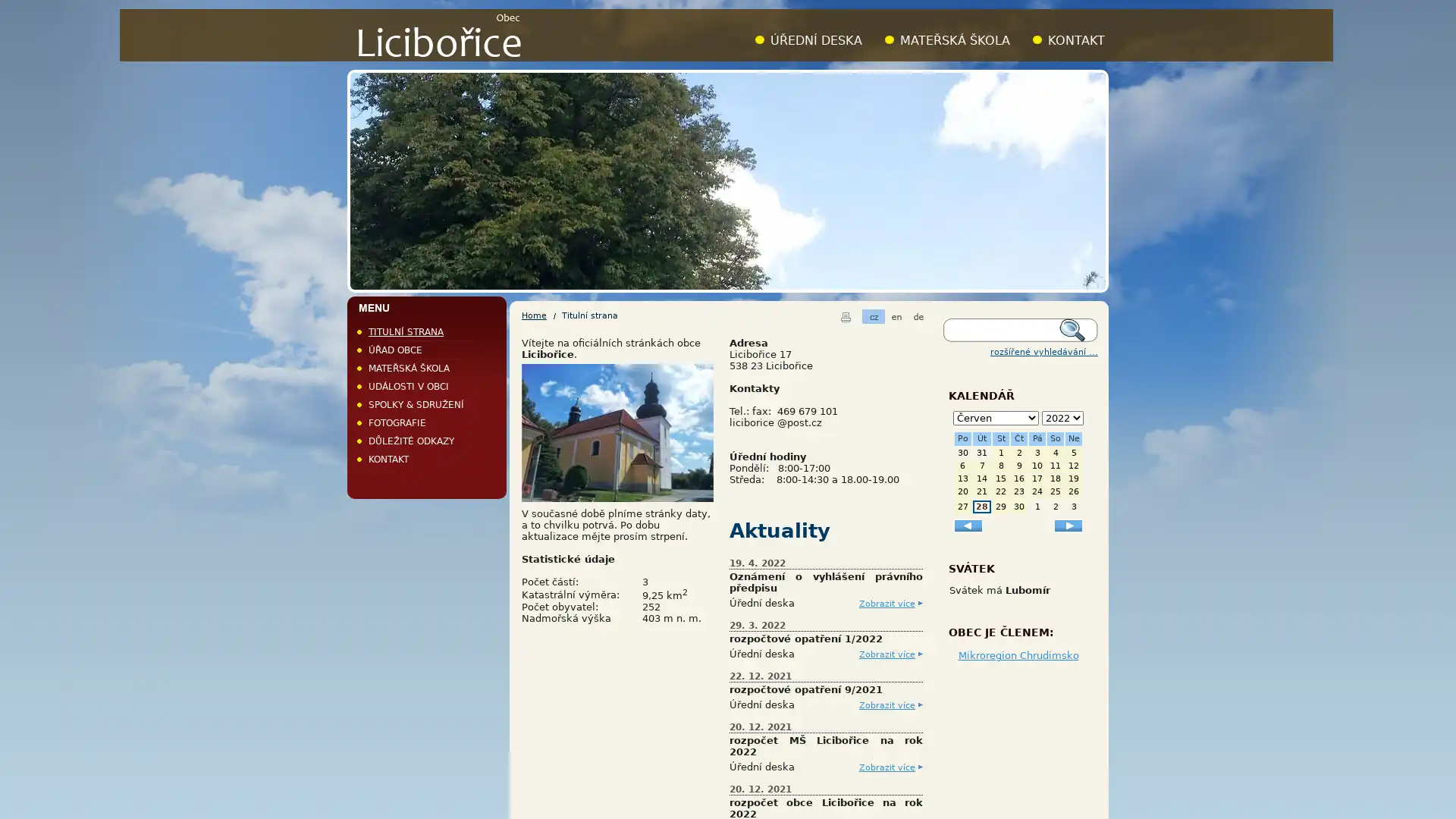  Describe the element at coordinates (967, 524) in the screenshot. I see `predchozi` at that location.